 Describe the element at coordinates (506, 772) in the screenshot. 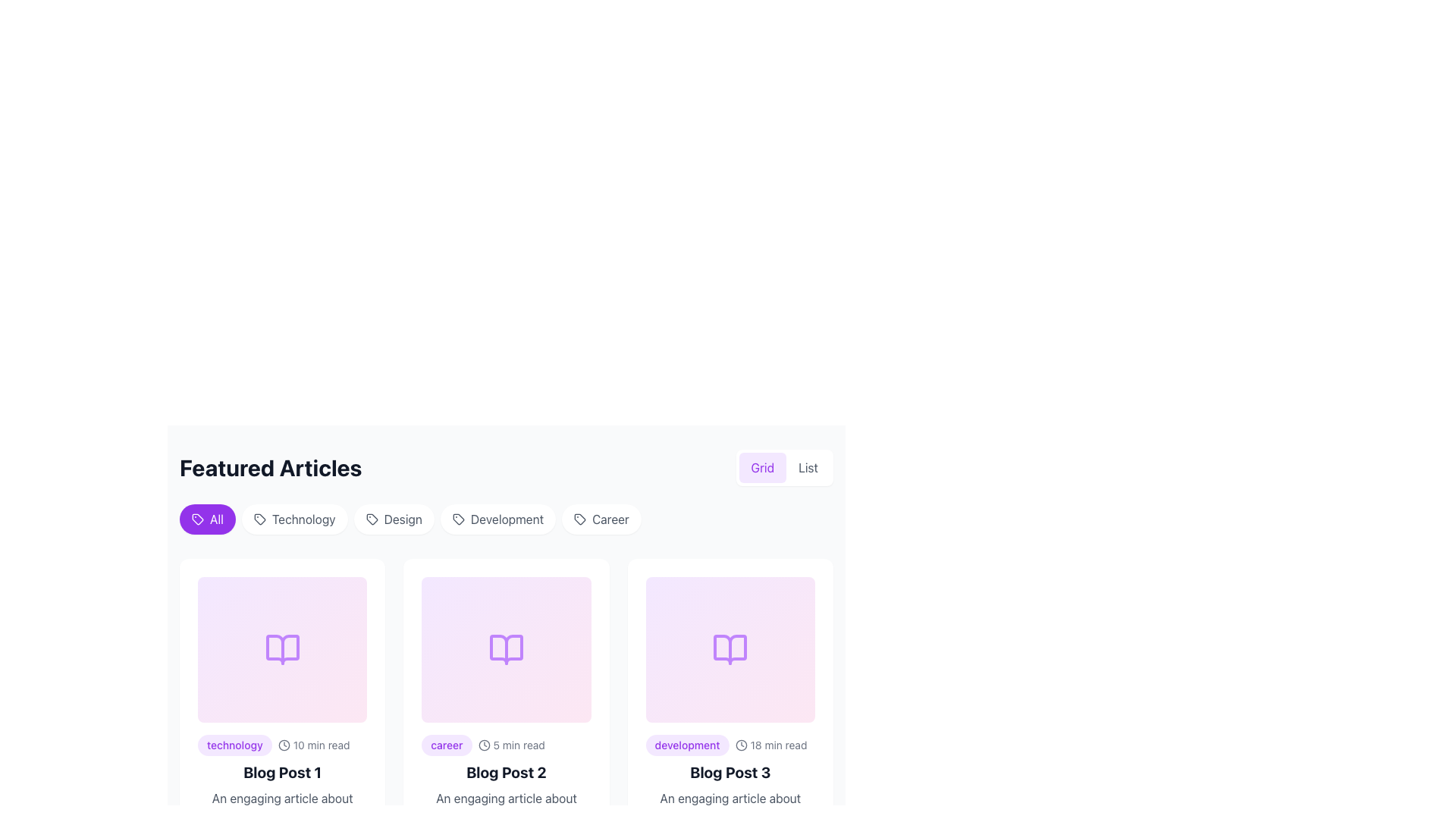

I see `the title text element located within the center article card of the three-card layout under the 'Featured Articles' section, specifically between 'career 5 min read' and the brief descriptive text` at that location.